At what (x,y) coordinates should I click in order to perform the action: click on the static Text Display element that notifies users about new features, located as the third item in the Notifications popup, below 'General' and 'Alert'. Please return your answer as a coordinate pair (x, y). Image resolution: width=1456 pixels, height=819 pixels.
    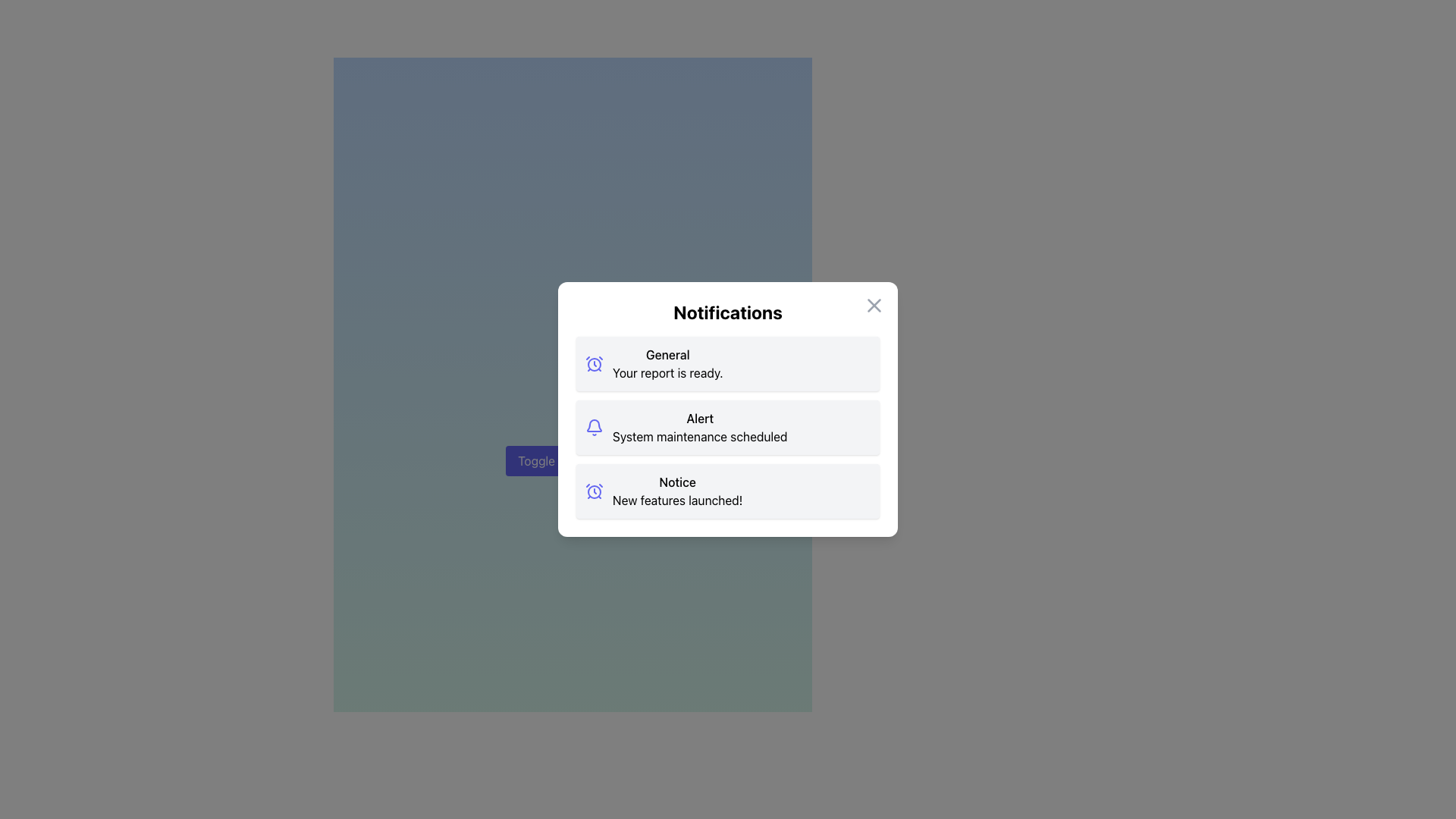
    Looking at the image, I should click on (676, 491).